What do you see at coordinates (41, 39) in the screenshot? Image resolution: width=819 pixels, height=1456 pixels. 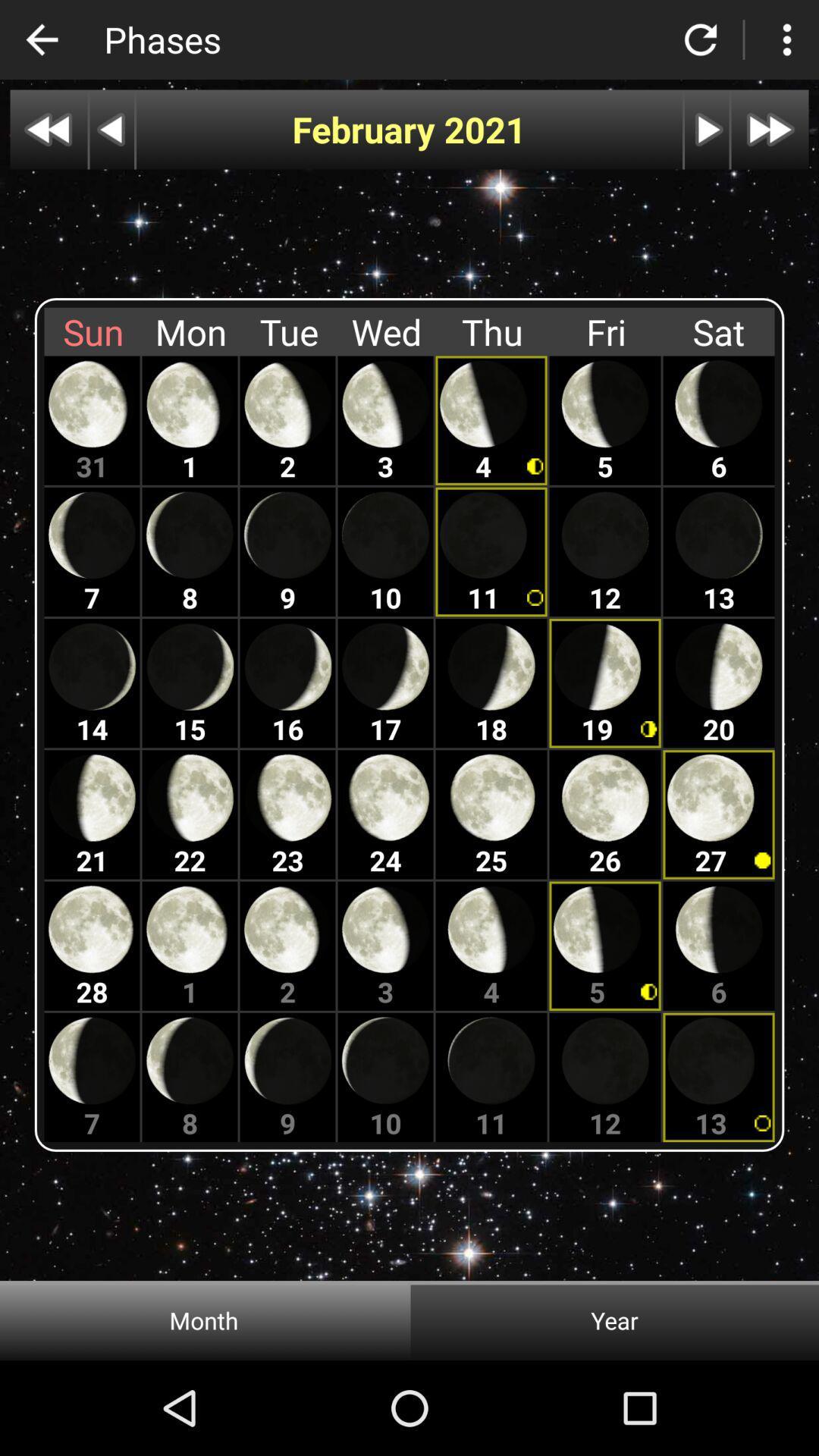 I see `the arrow_backward icon` at bounding box center [41, 39].